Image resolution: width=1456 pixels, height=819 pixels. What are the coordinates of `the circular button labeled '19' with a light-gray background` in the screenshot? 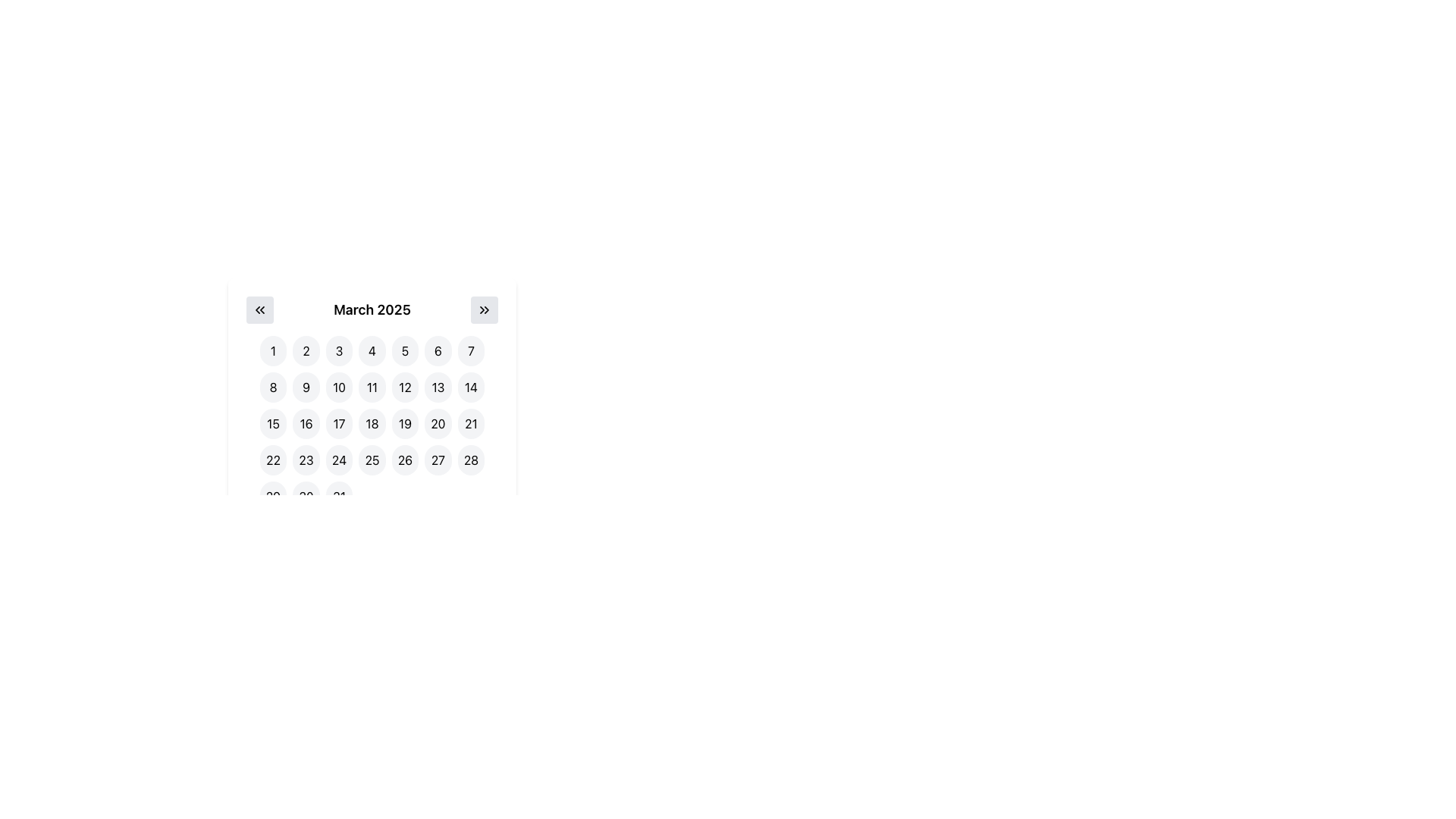 It's located at (405, 424).